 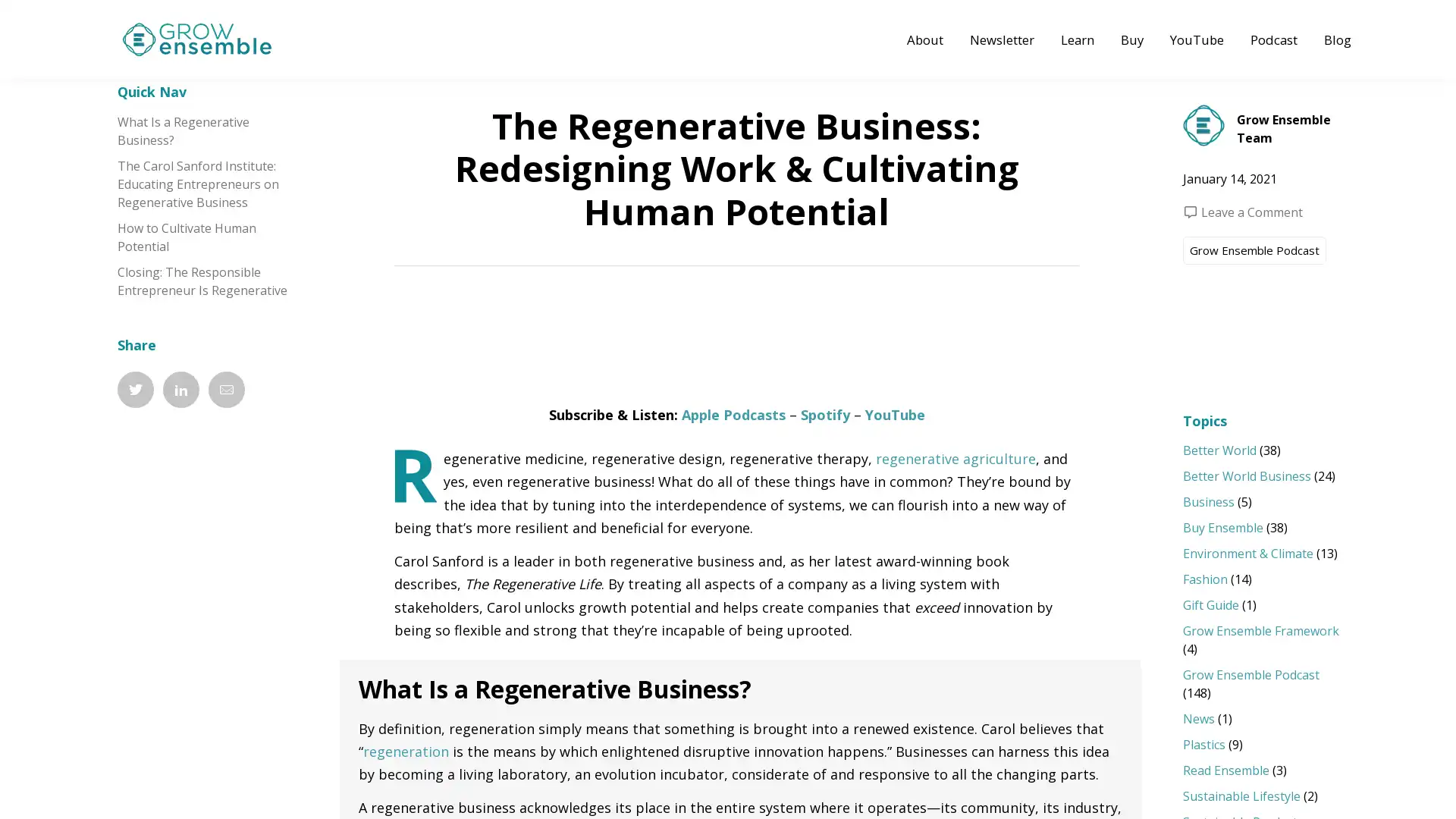 What do you see at coordinates (1426, 752) in the screenshot?
I see `Bookmark Page` at bounding box center [1426, 752].